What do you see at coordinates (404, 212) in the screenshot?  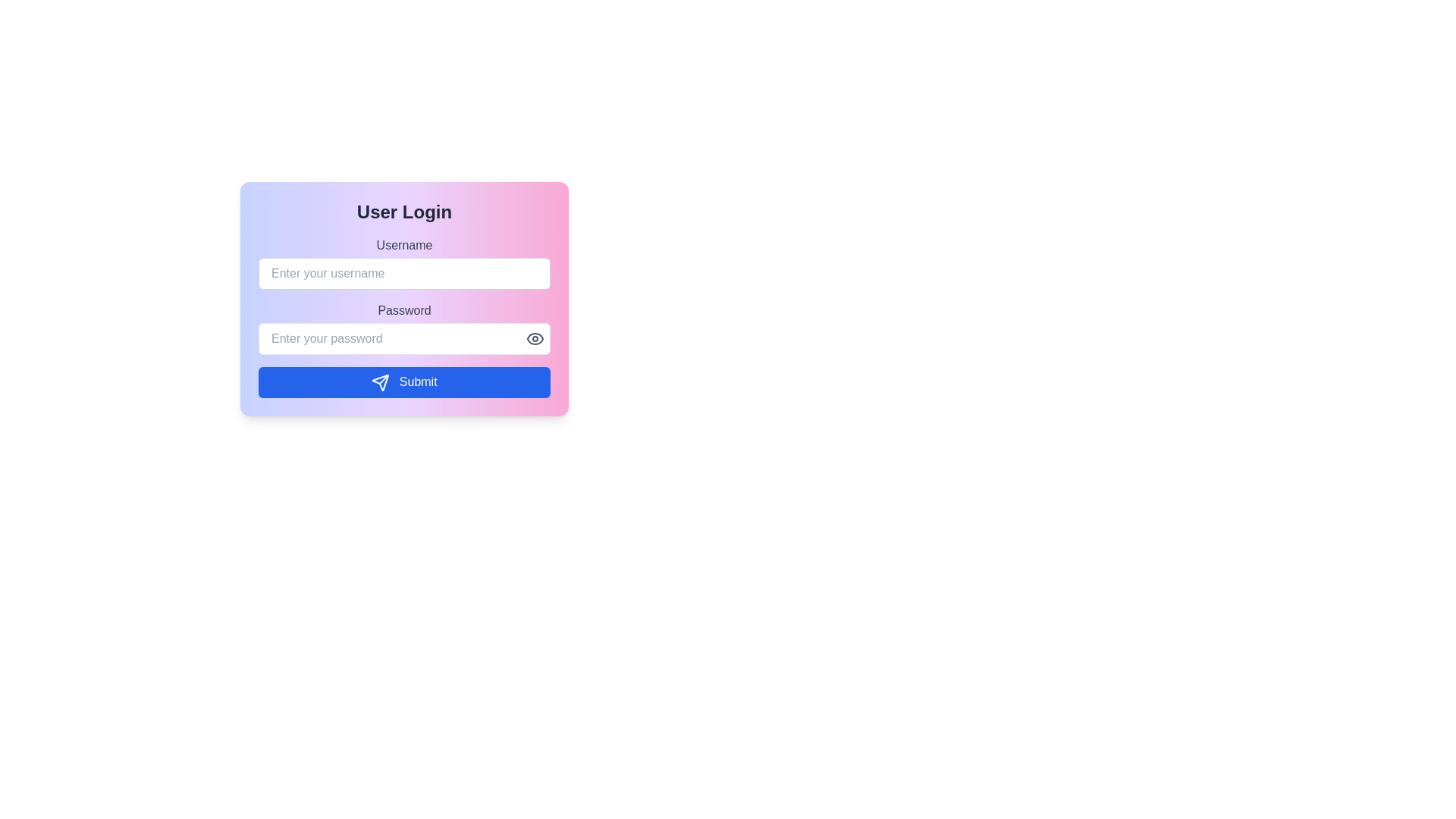 I see `the text header displaying 'User Login', which is bold, large, and centered at the top of the login form panel` at bounding box center [404, 212].